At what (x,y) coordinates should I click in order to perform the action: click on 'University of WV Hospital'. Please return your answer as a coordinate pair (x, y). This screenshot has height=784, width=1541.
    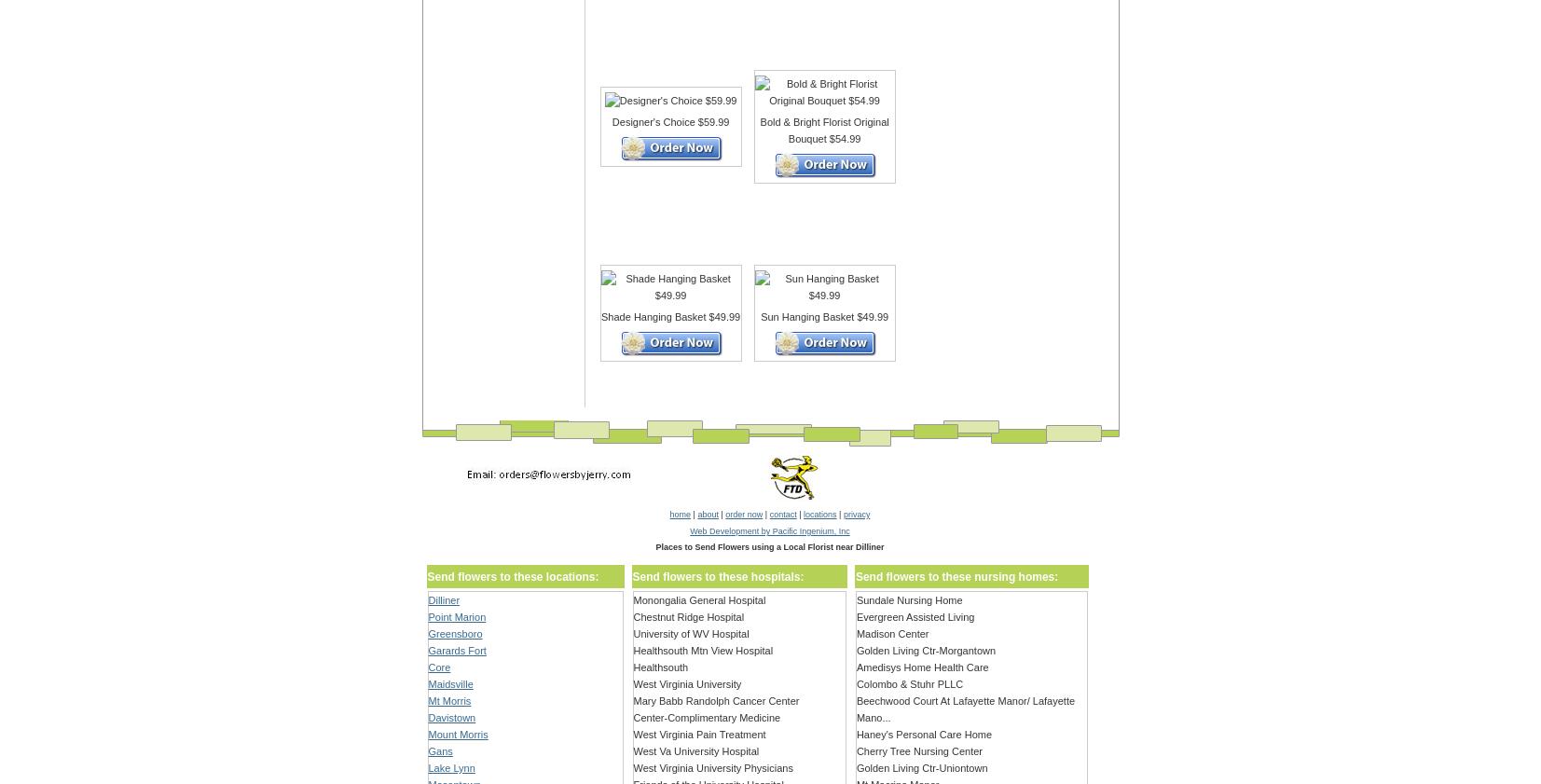
    Looking at the image, I should click on (690, 634).